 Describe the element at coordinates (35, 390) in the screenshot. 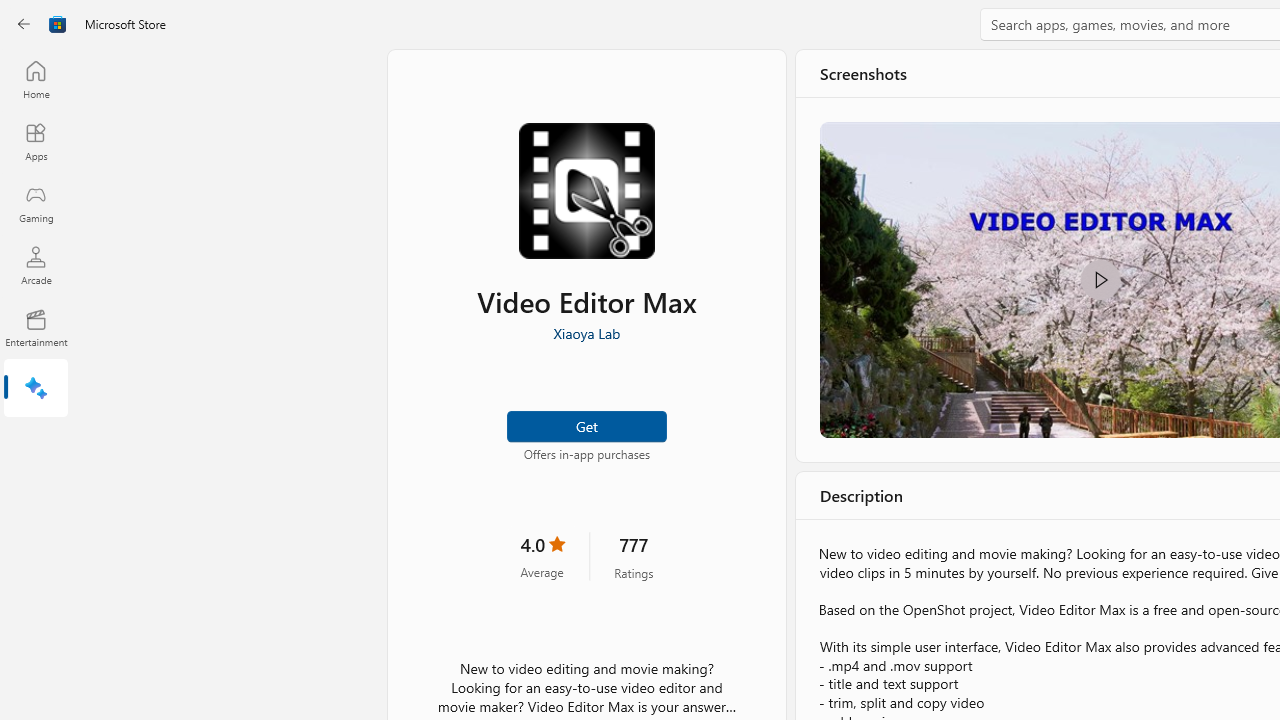

I see `'AI Hub'` at that location.